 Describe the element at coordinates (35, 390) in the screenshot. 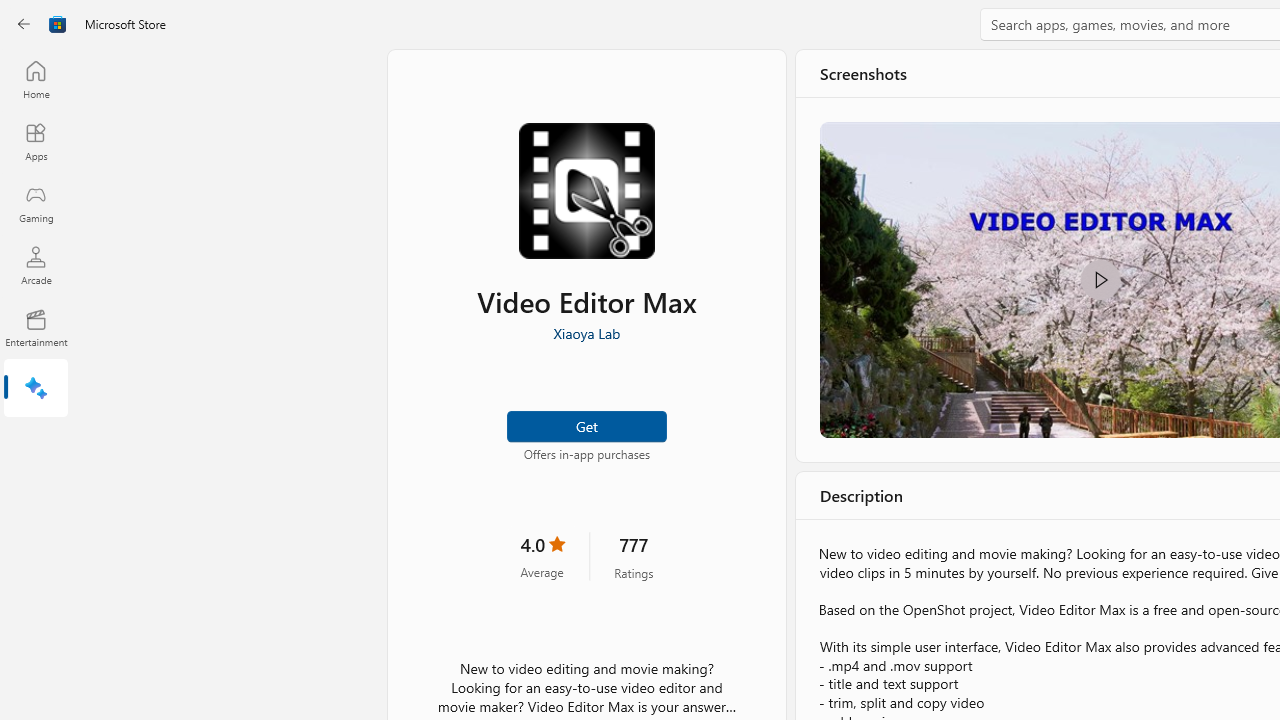

I see `'AI Hub'` at that location.